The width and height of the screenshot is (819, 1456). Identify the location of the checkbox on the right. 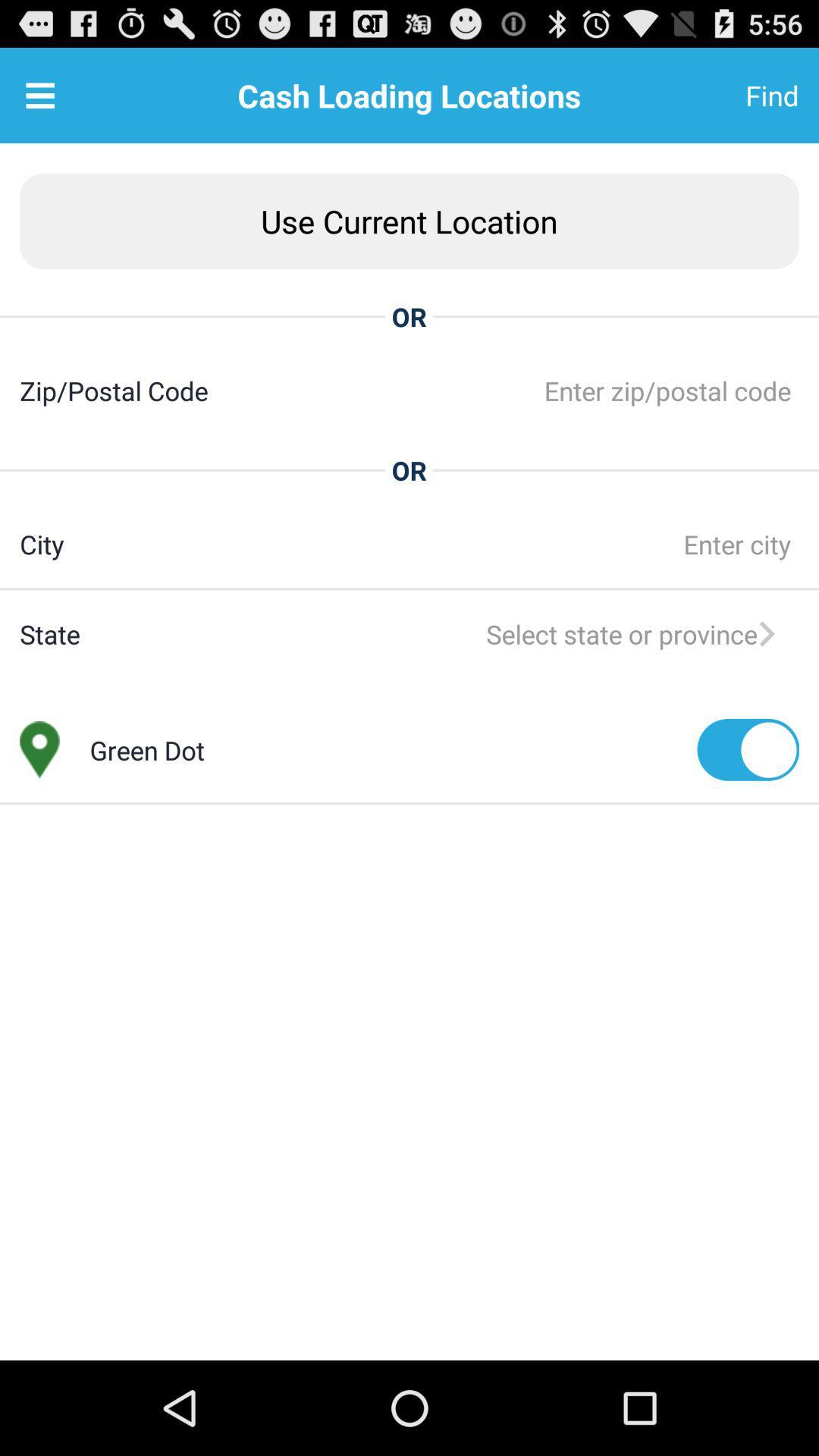
(747, 749).